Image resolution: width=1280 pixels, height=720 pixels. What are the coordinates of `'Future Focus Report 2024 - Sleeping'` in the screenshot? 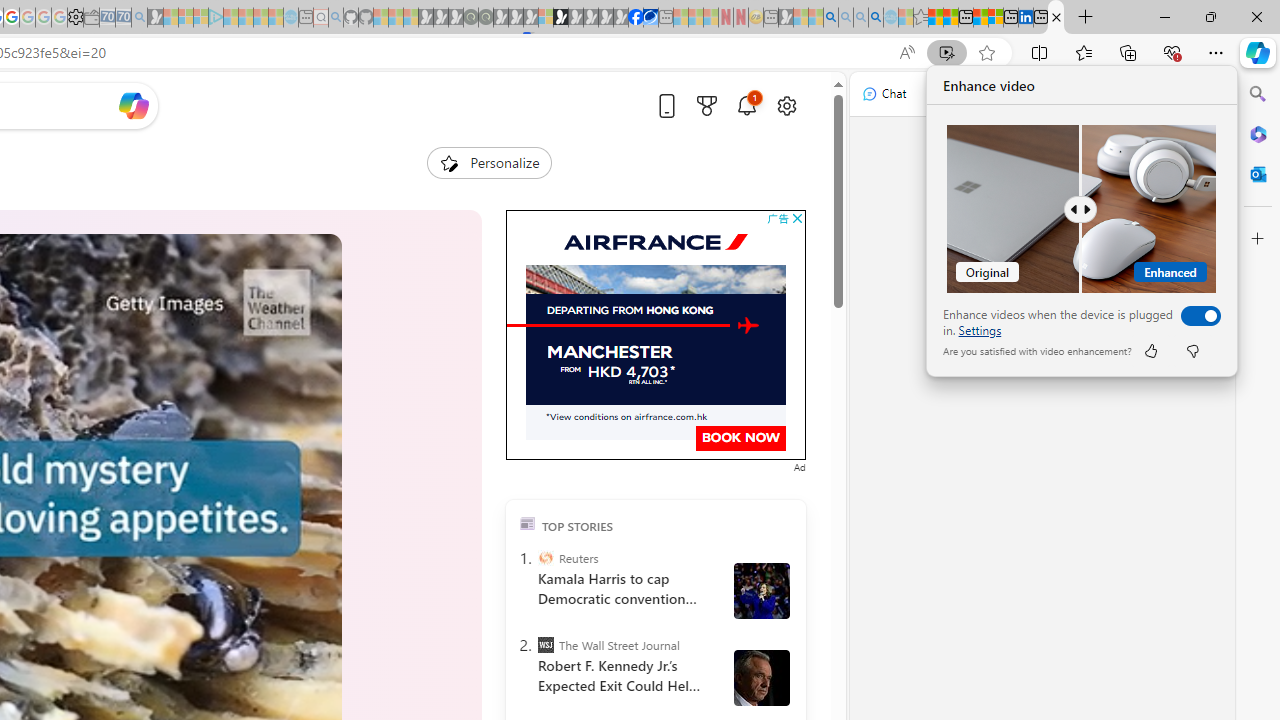 It's located at (485, 17).